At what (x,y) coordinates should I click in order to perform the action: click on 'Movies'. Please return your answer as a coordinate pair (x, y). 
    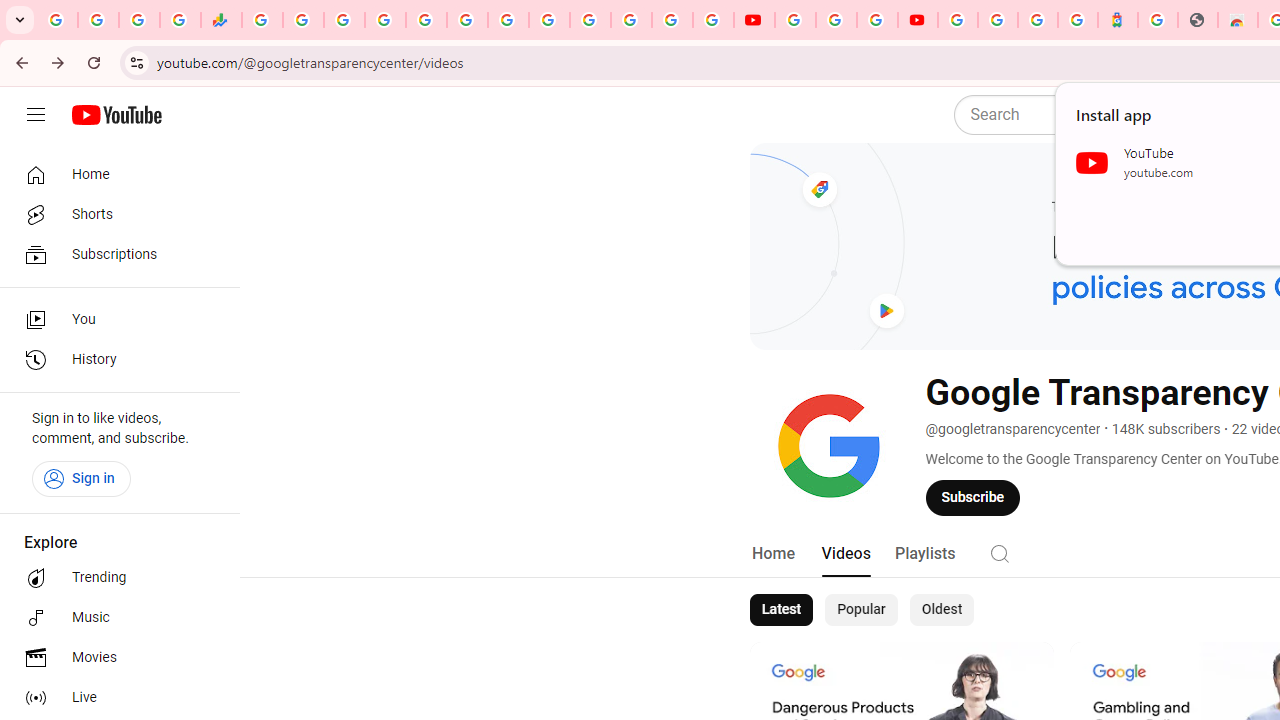
    Looking at the image, I should click on (112, 658).